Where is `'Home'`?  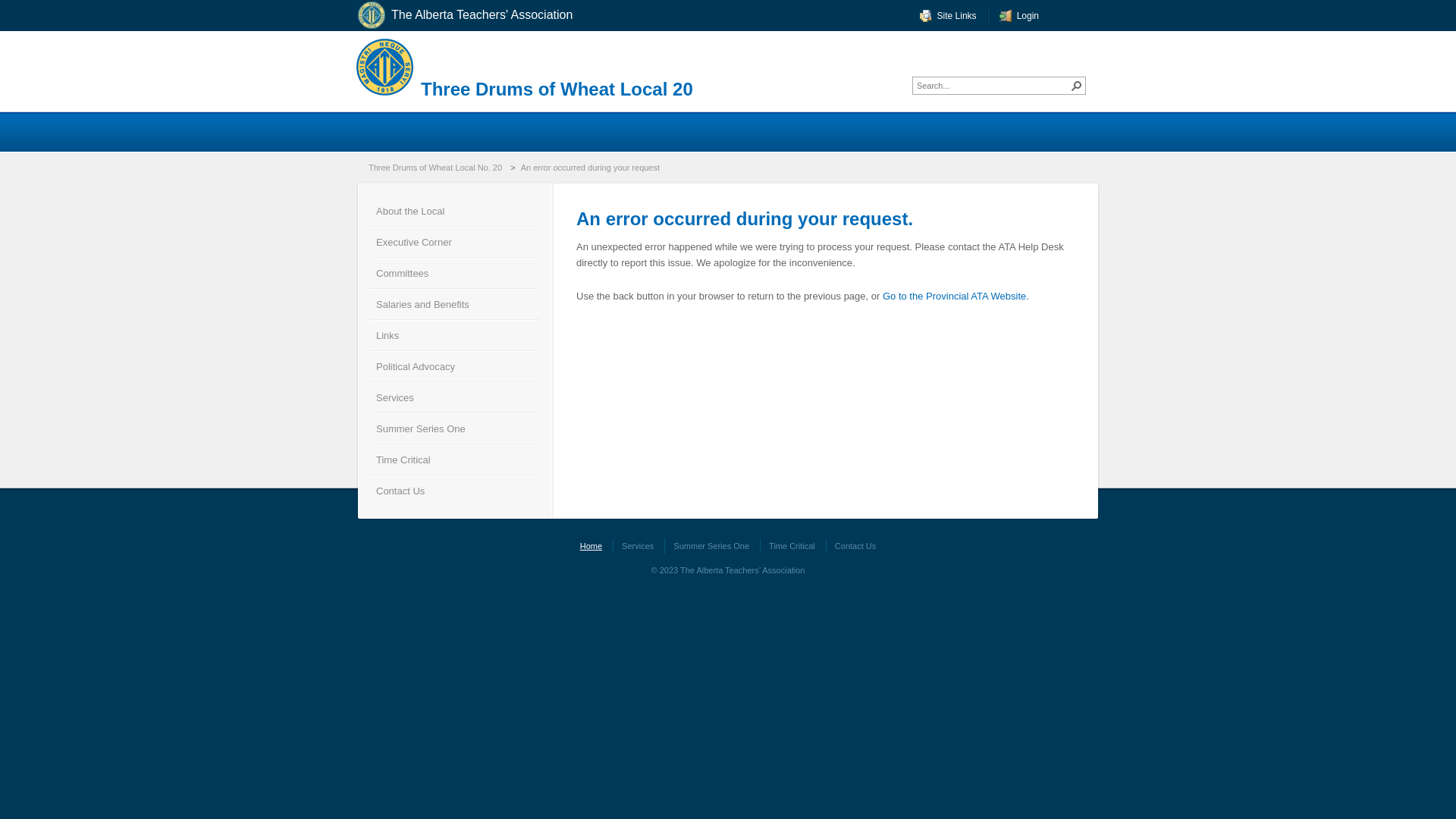 'Home' is located at coordinates (590, 546).